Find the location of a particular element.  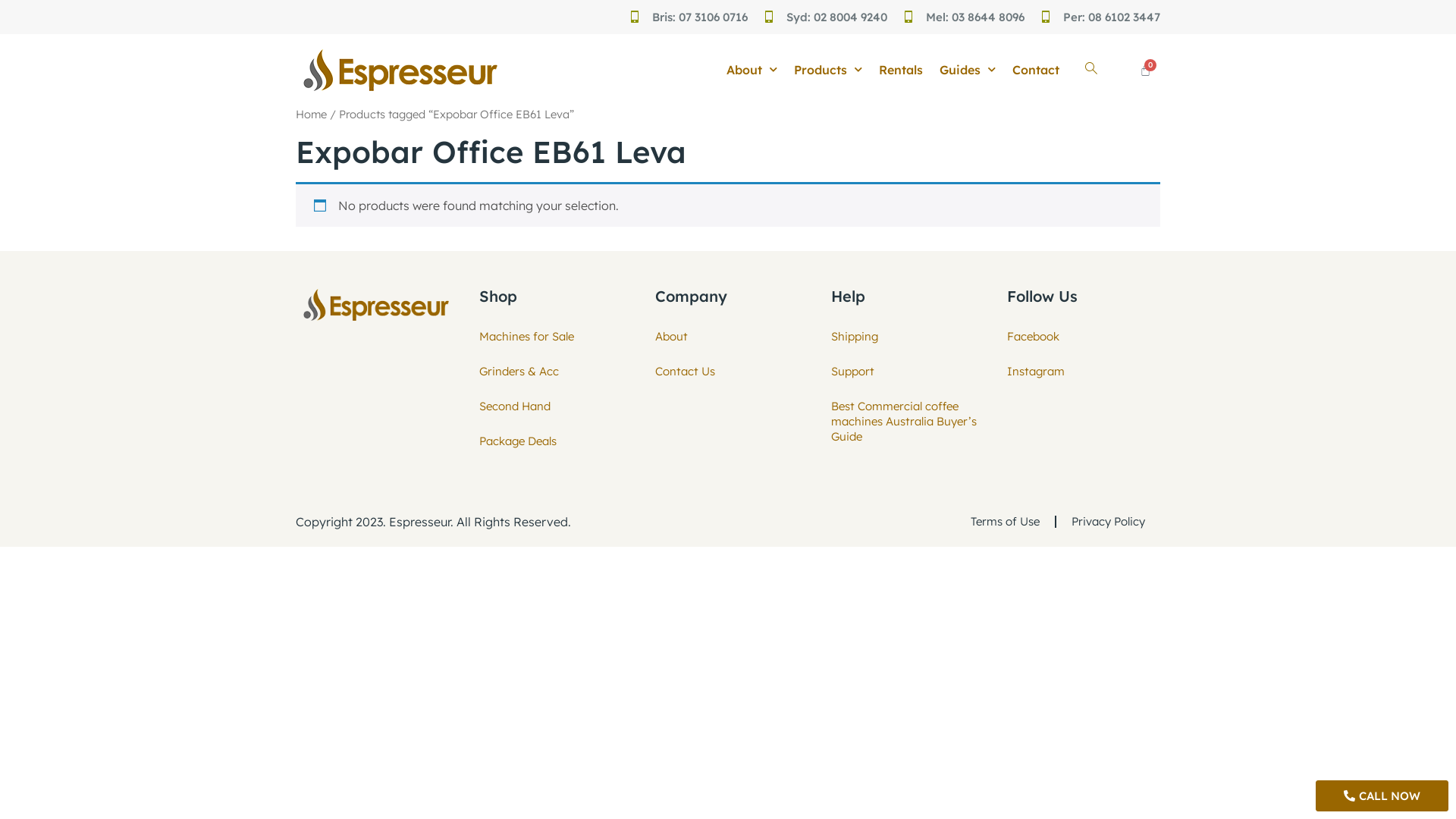

'Privacy Policy' is located at coordinates (1108, 520).